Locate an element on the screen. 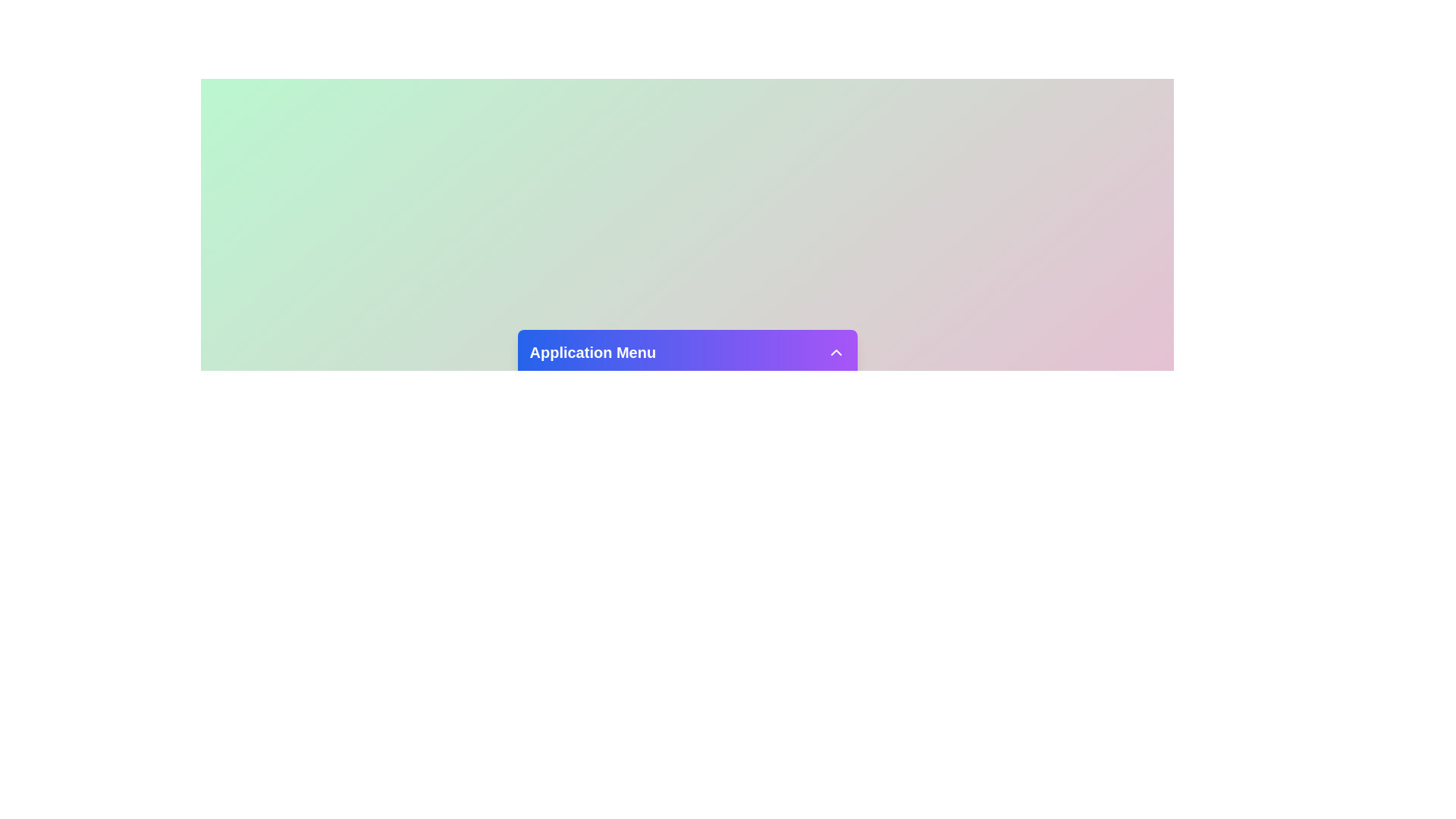 This screenshot has height=819, width=1456. toggle button to change the menu's open/close state is located at coordinates (835, 352).